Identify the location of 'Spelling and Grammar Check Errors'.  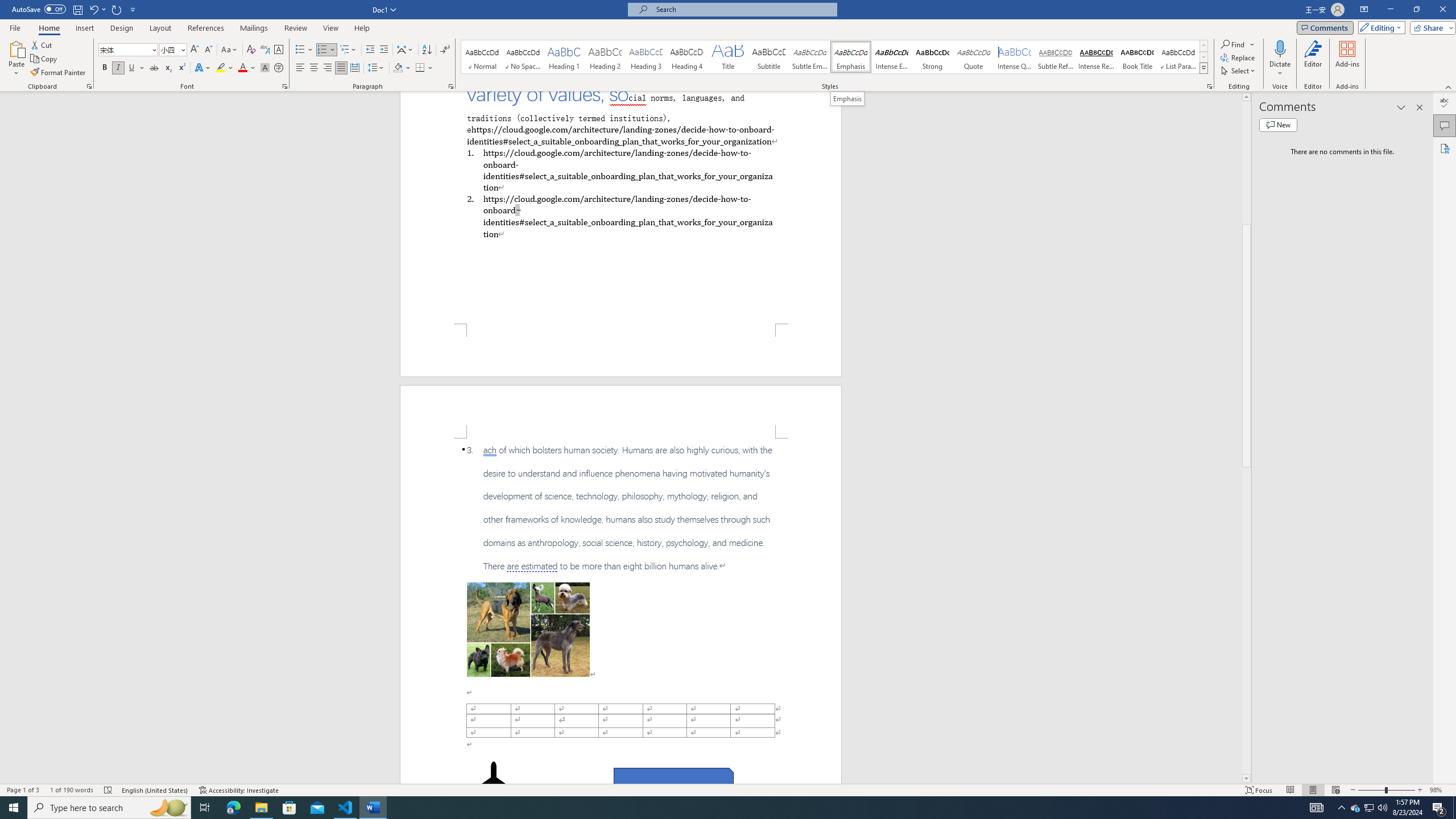
(107, 790).